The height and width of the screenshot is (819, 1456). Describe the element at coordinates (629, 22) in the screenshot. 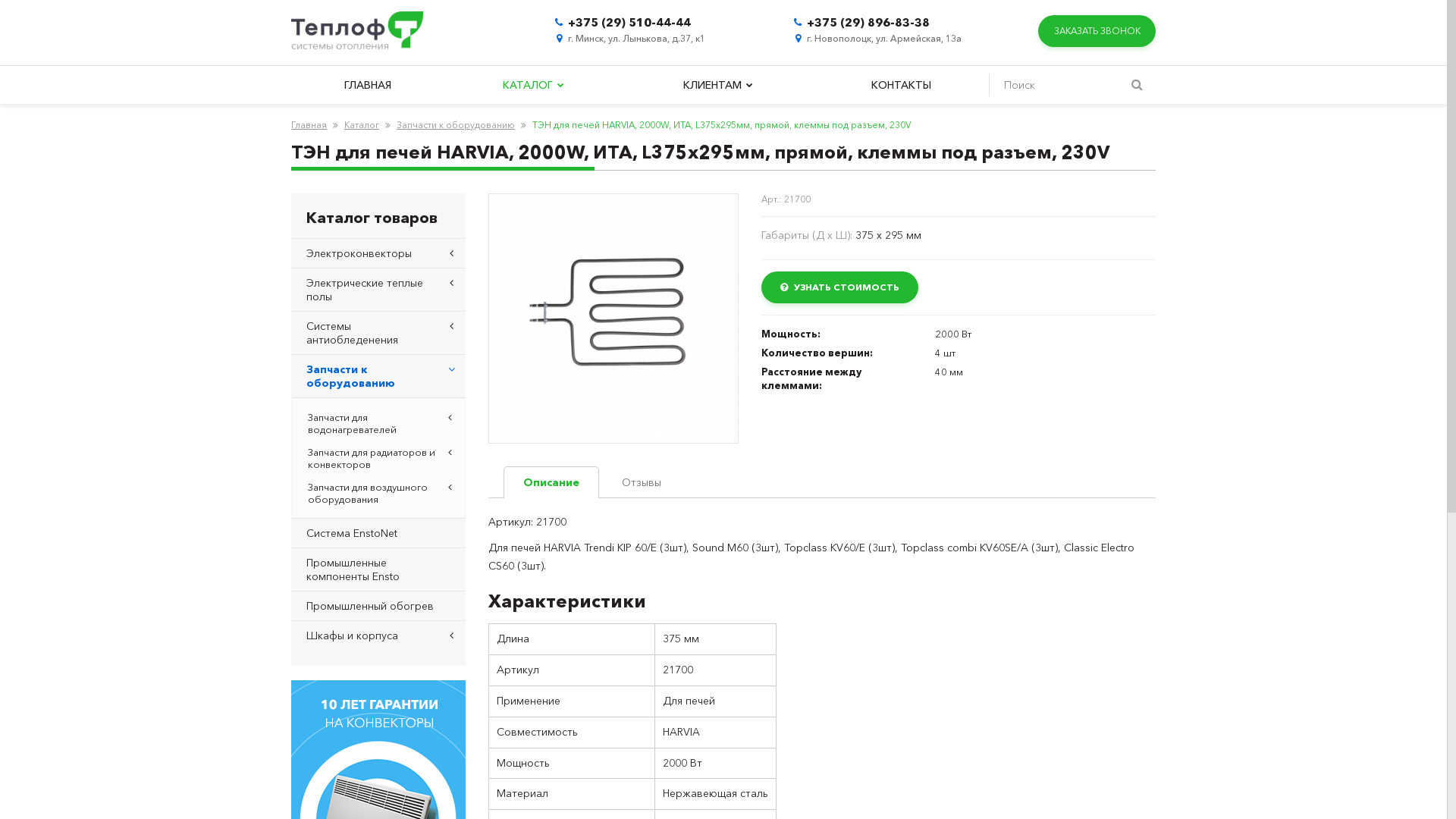

I see `'+375 (29) 510-44-44'` at that location.